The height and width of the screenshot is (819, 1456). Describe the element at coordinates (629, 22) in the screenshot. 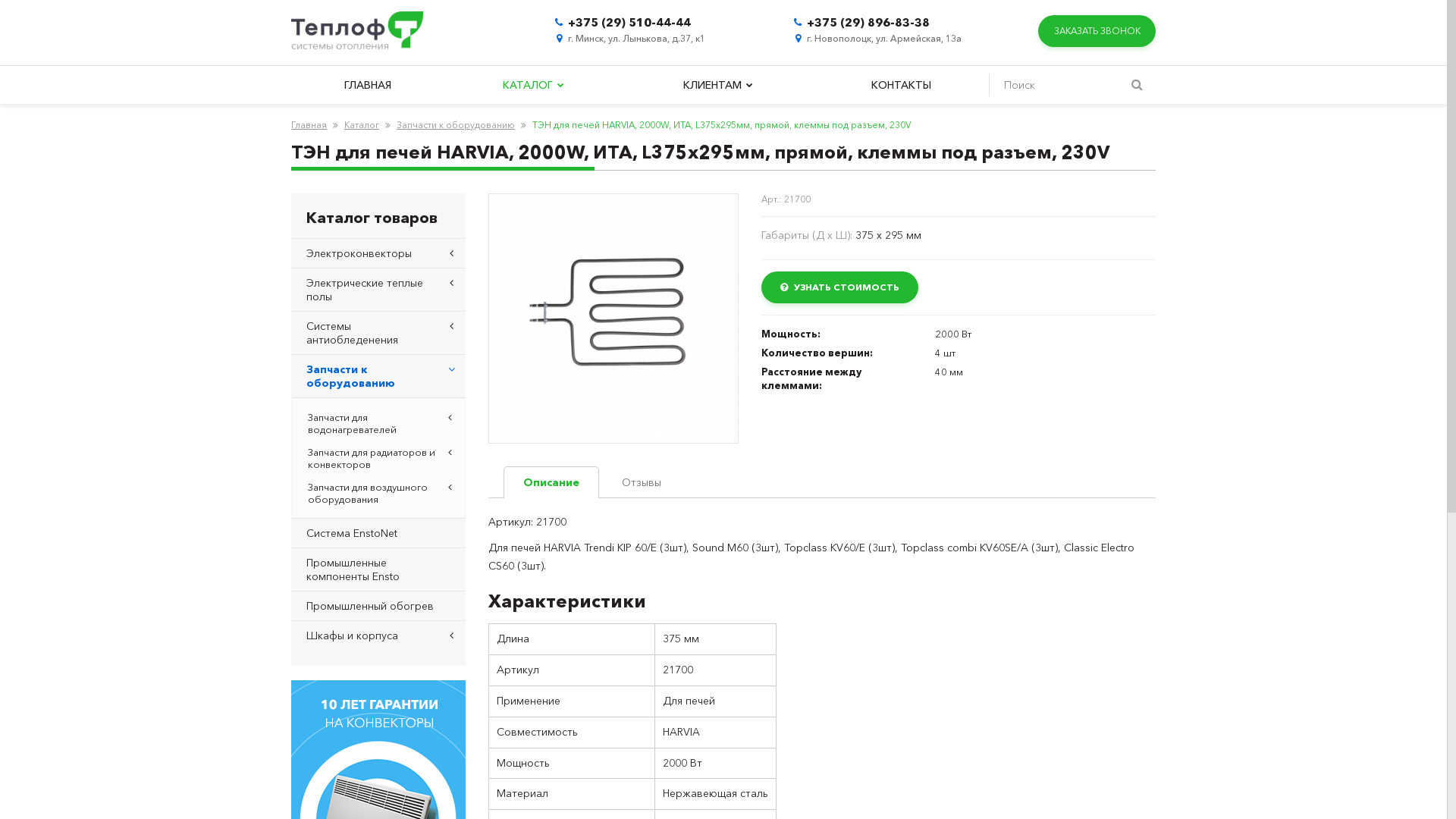

I see `'+375 (29) 510-44-44'` at that location.